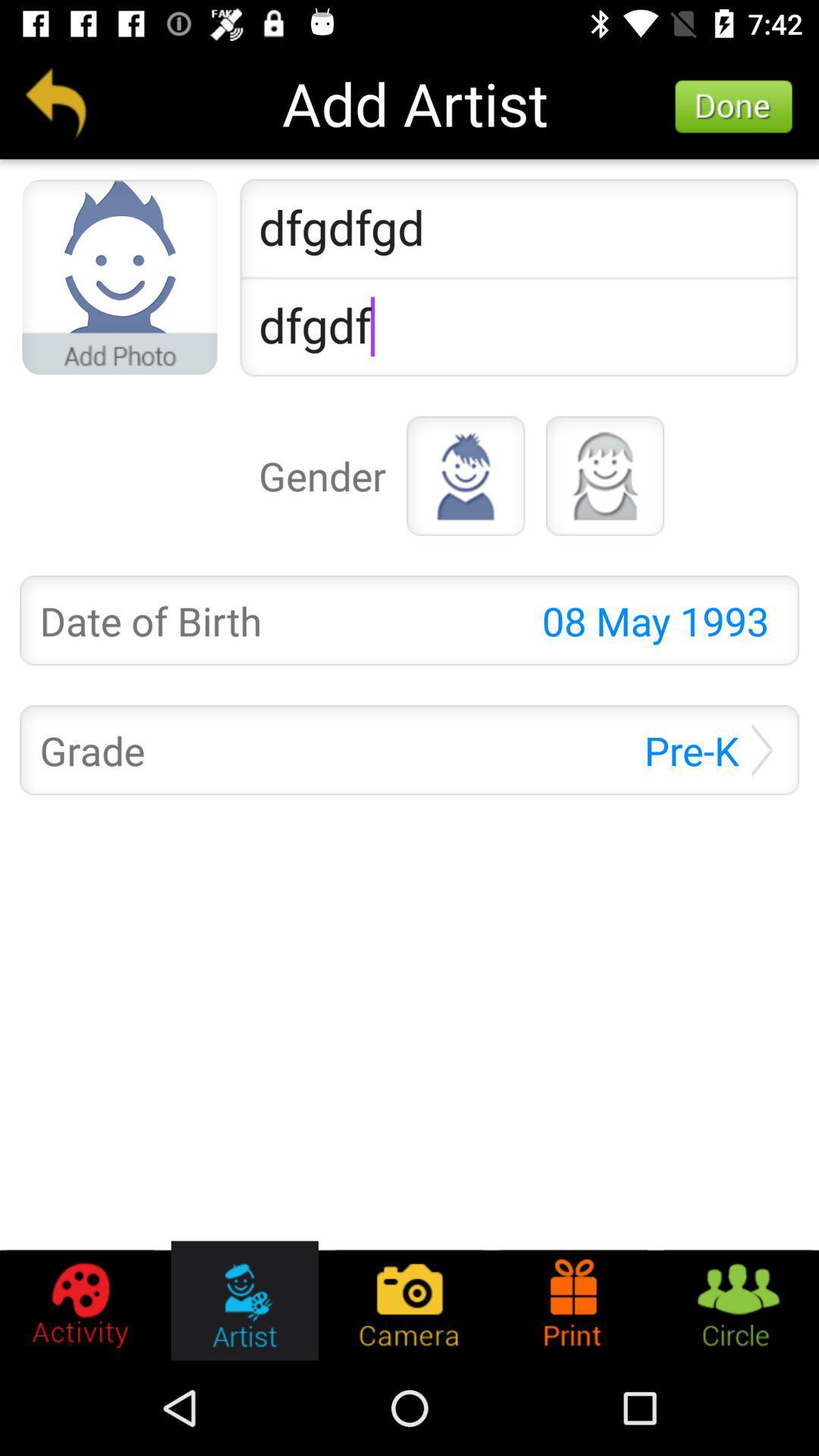 This screenshot has height=1456, width=819. Describe the element at coordinates (736, 1300) in the screenshot. I see `the group icon` at that location.